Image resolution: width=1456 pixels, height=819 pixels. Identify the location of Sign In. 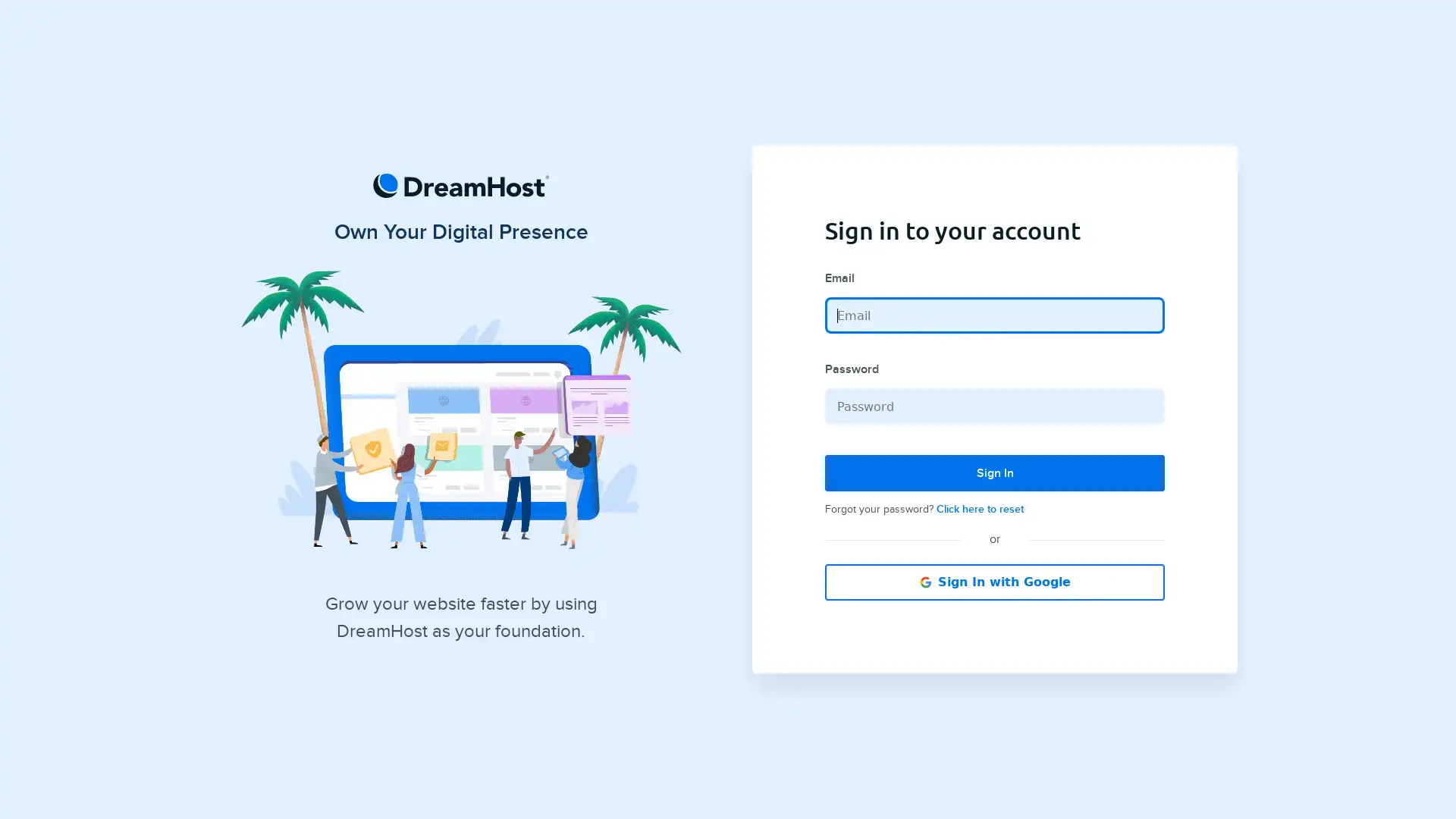
(994, 472).